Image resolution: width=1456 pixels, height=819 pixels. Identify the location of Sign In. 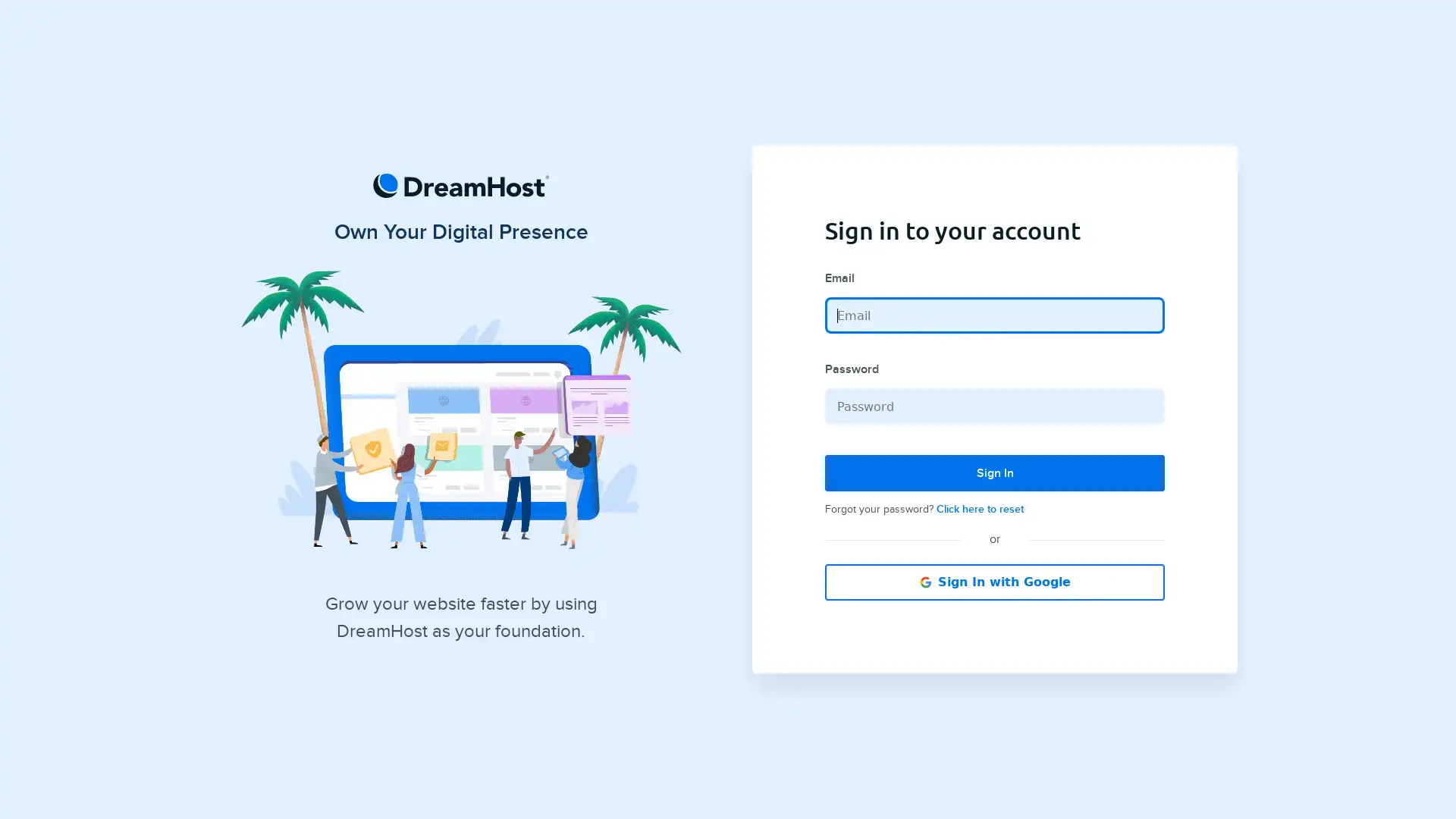
(994, 472).